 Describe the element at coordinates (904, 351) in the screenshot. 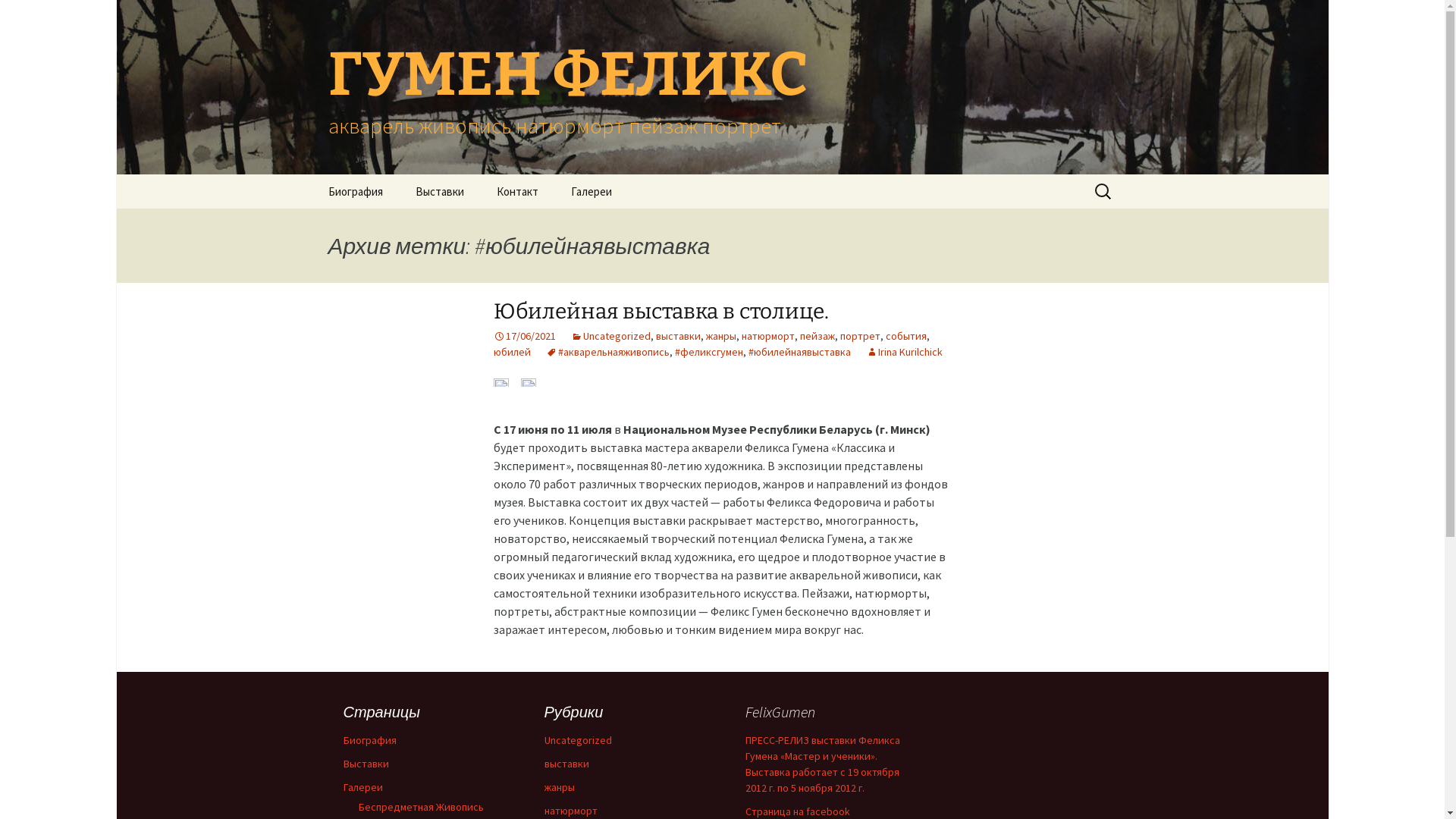

I see `'Irina Kurilchick'` at that location.